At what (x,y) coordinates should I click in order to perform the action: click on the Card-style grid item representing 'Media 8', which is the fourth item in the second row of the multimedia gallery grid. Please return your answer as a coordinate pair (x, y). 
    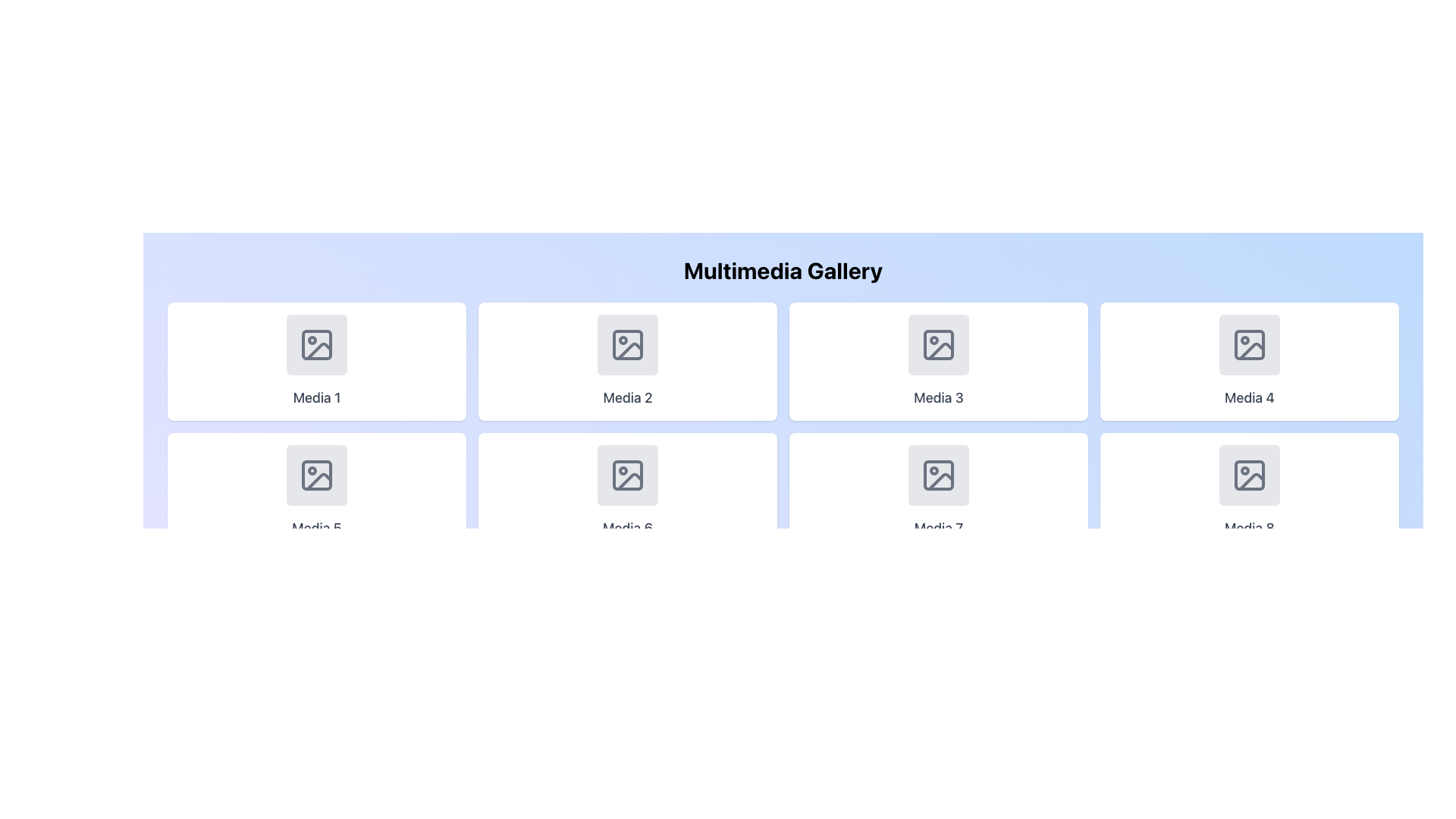
    Looking at the image, I should click on (1249, 491).